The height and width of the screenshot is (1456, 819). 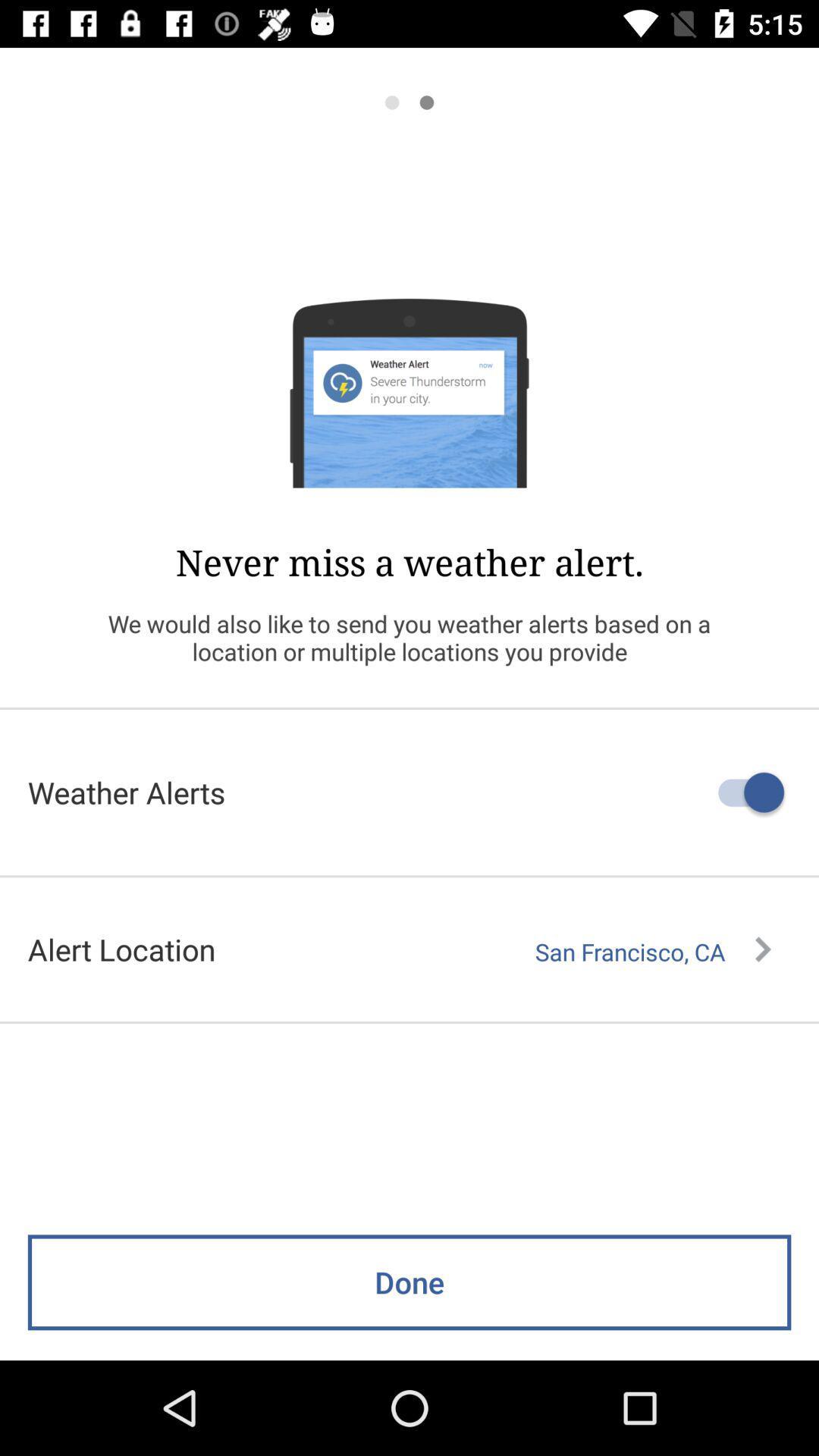 What do you see at coordinates (652, 951) in the screenshot?
I see `item to the right of the alert location` at bounding box center [652, 951].